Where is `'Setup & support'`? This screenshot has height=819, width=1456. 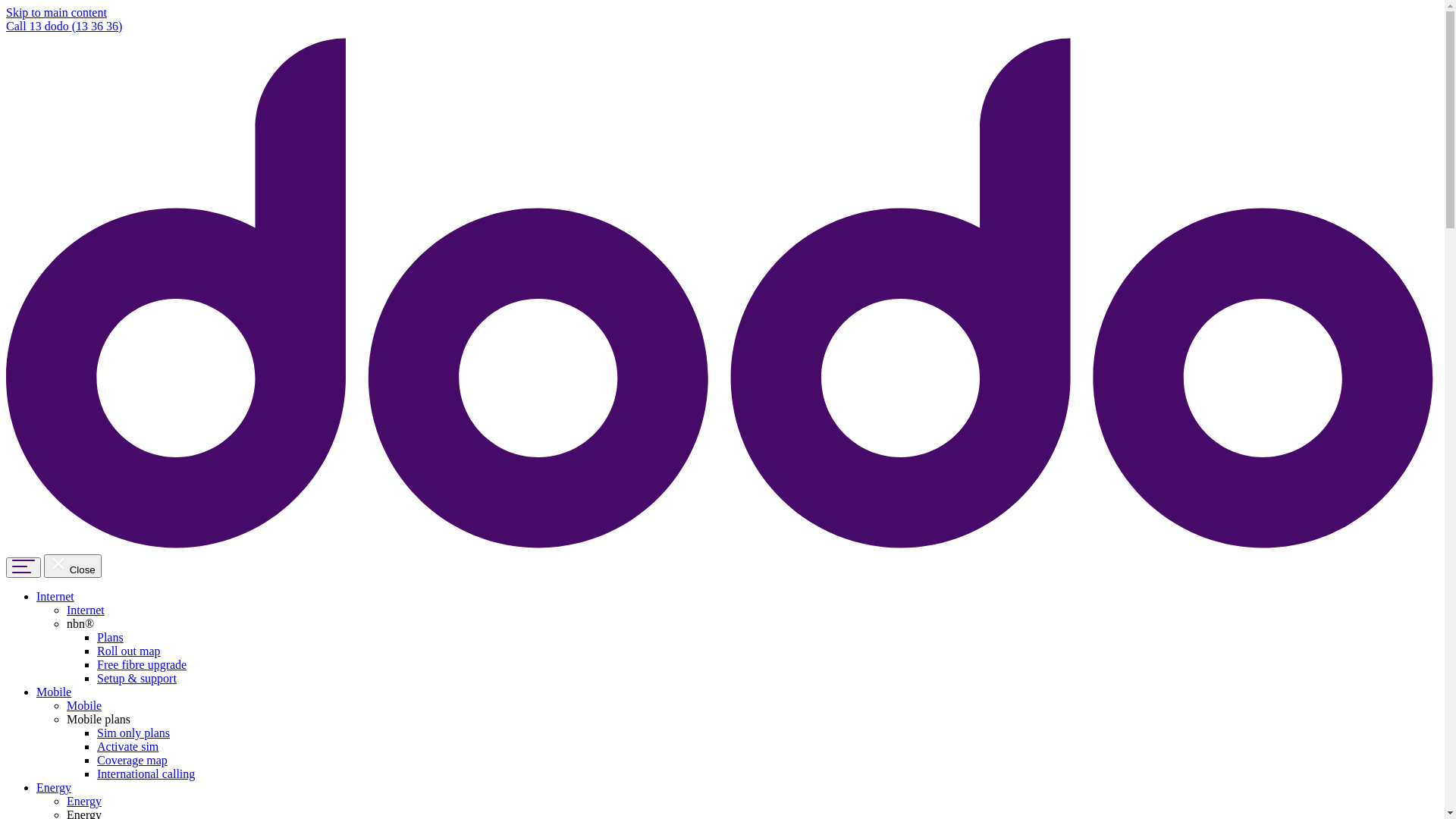
'Setup & support' is located at coordinates (136, 677).